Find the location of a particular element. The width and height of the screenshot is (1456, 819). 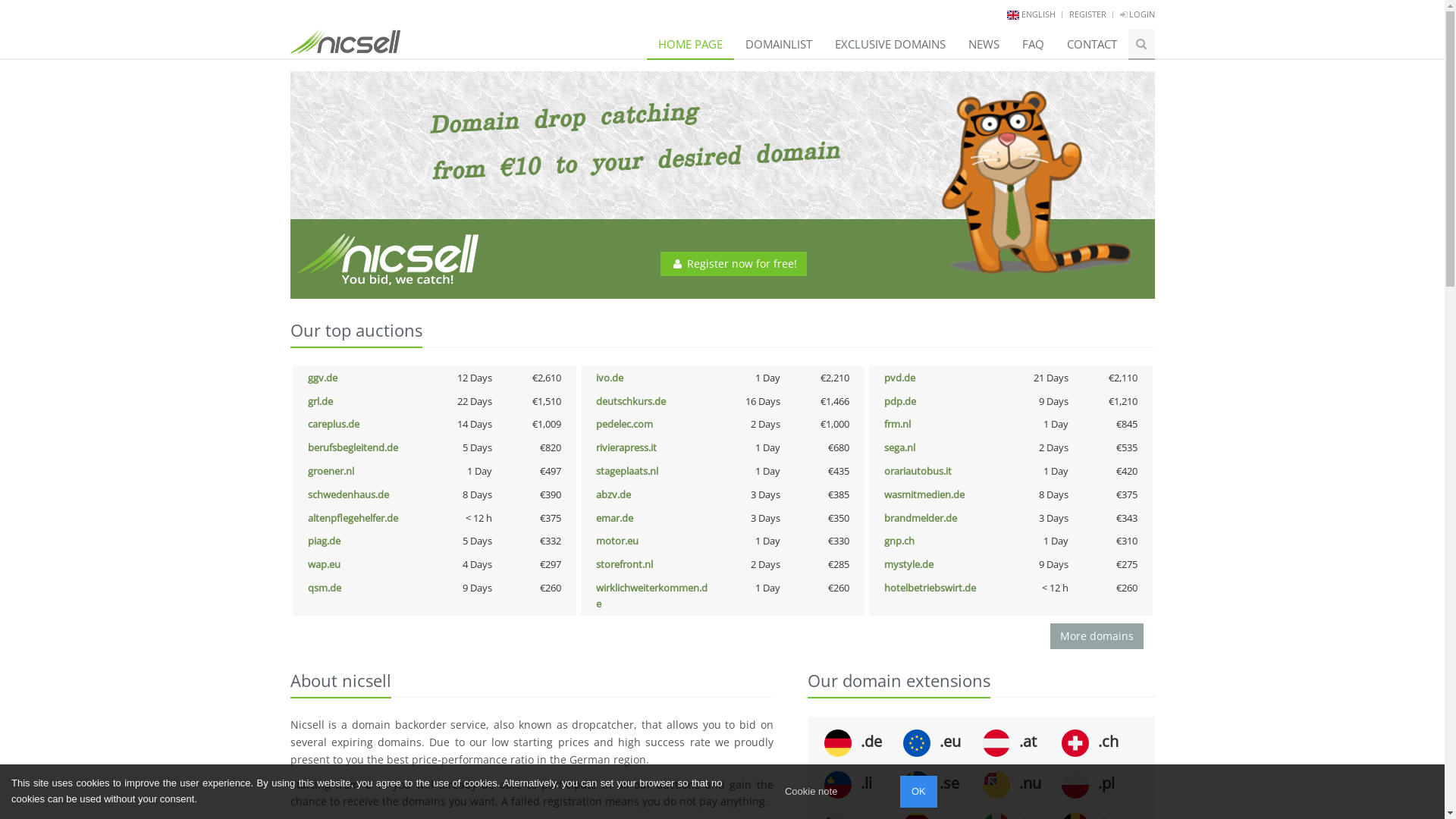

'HOME PAGE' is located at coordinates (689, 43).